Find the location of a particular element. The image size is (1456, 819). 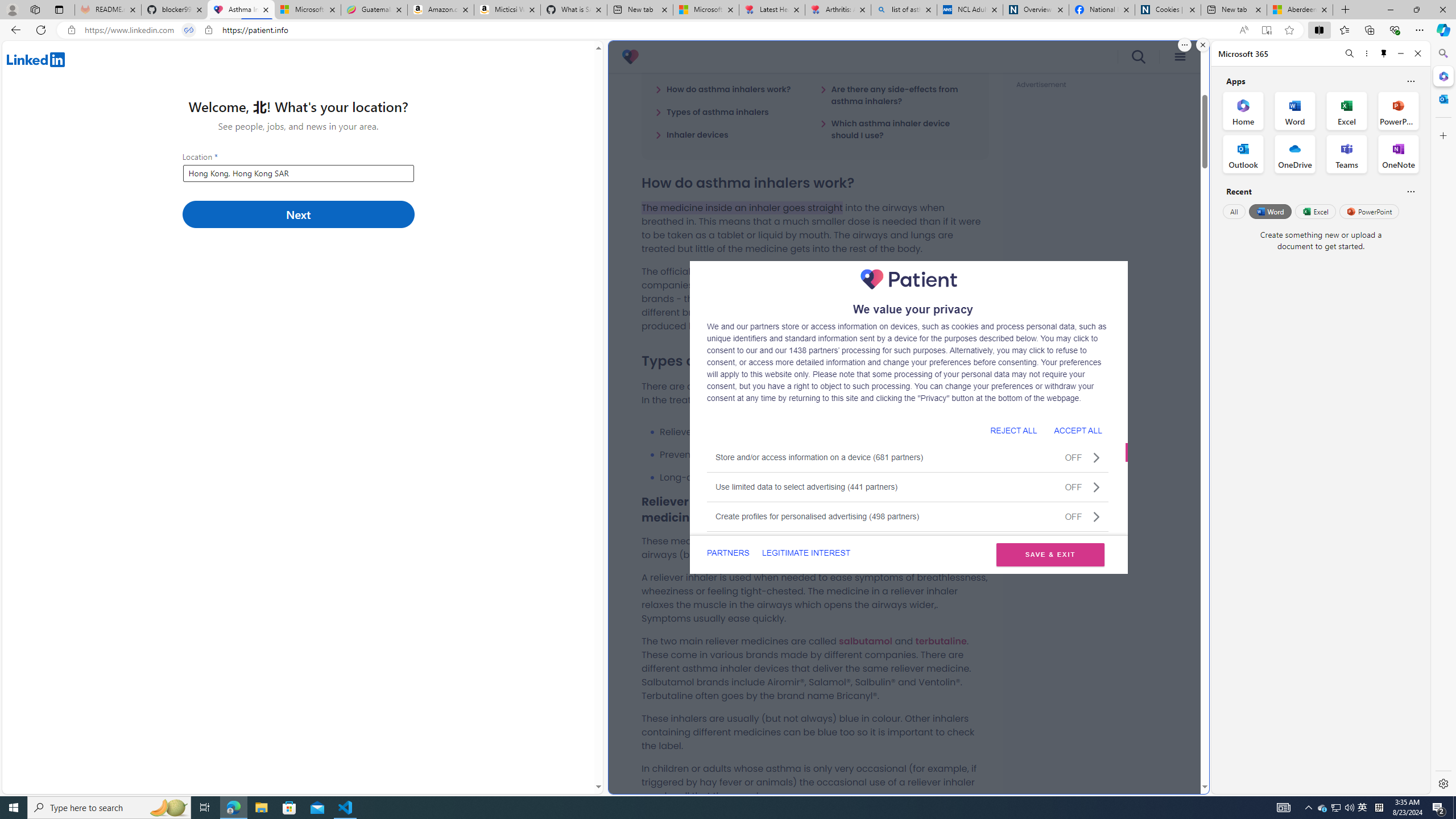

'Tabs in split screen' is located at coordinates (188, 30).